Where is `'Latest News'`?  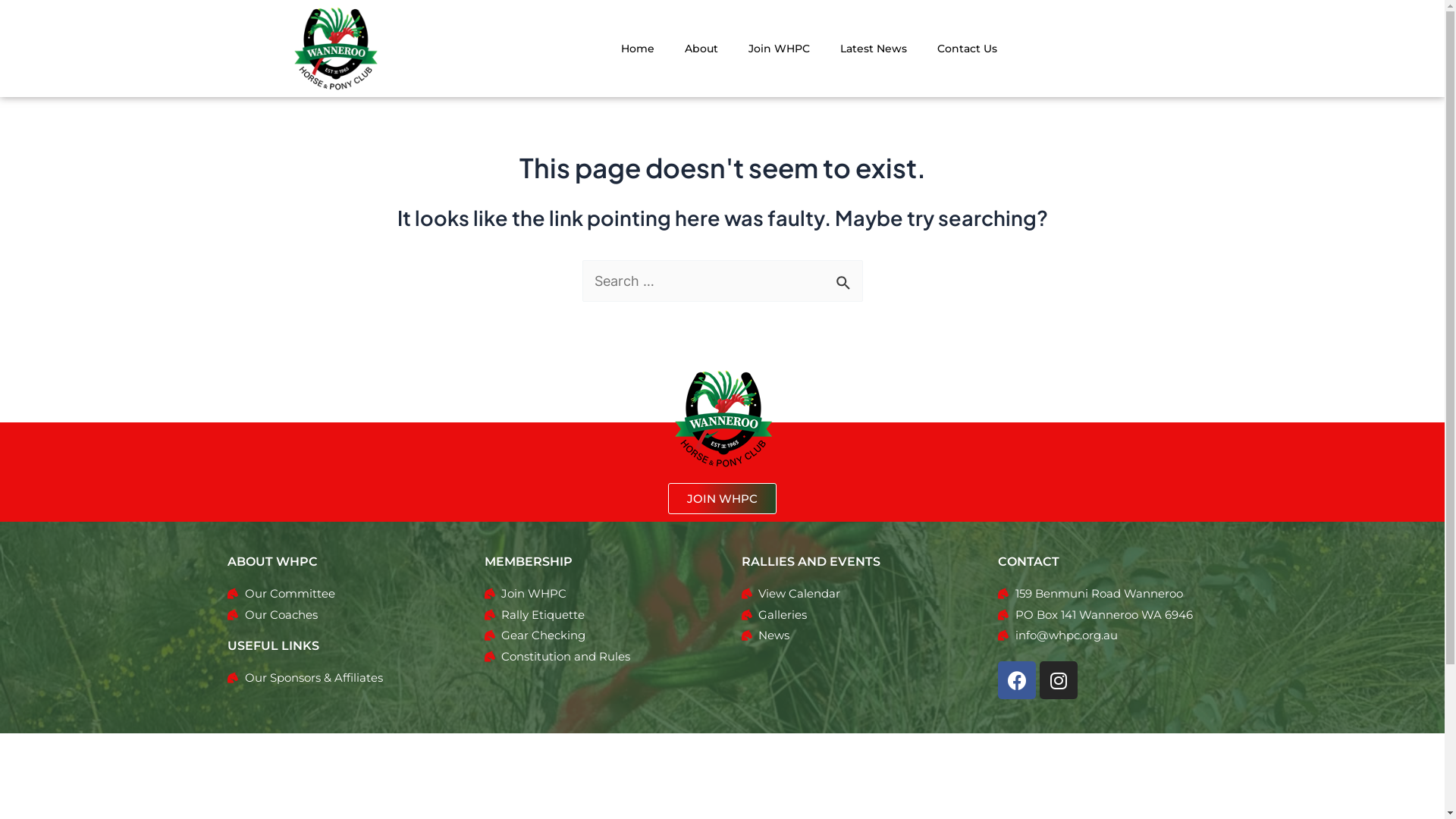
'Latest News' is located at coordinates (874, 48).